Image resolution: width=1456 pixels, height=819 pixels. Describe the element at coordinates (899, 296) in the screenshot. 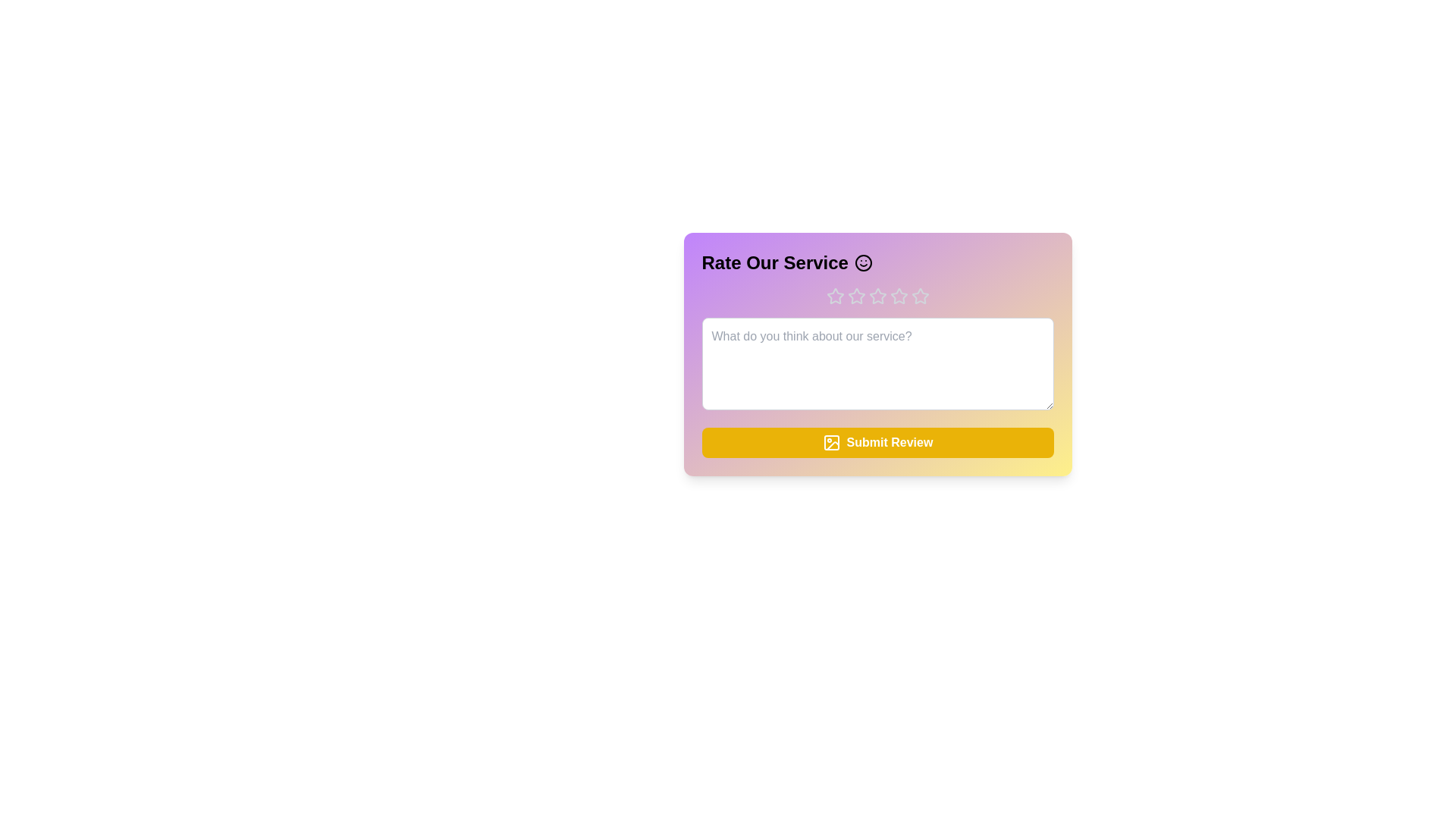

I see `the star corresponding to the desired rating value 4` at that location.